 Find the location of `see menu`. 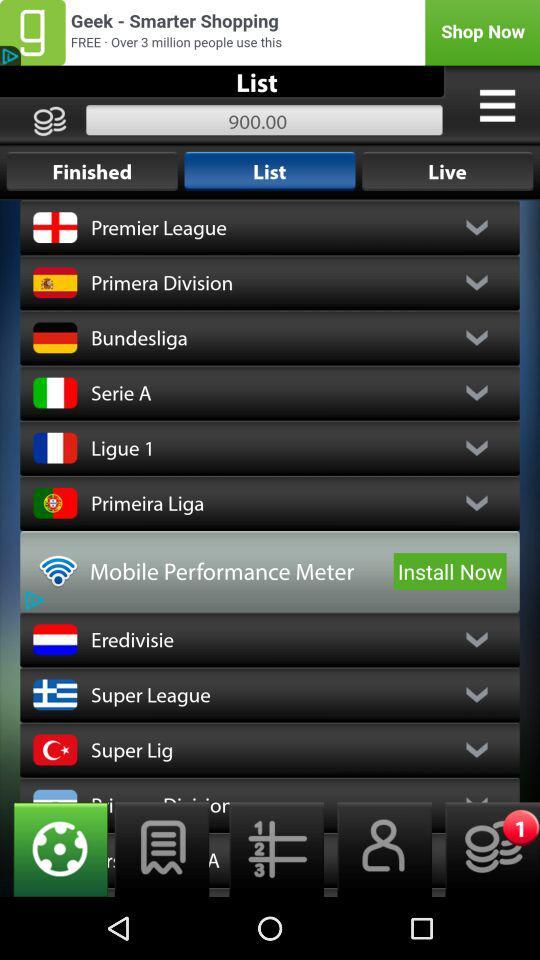

see menu is located at coordinates (496, 105).